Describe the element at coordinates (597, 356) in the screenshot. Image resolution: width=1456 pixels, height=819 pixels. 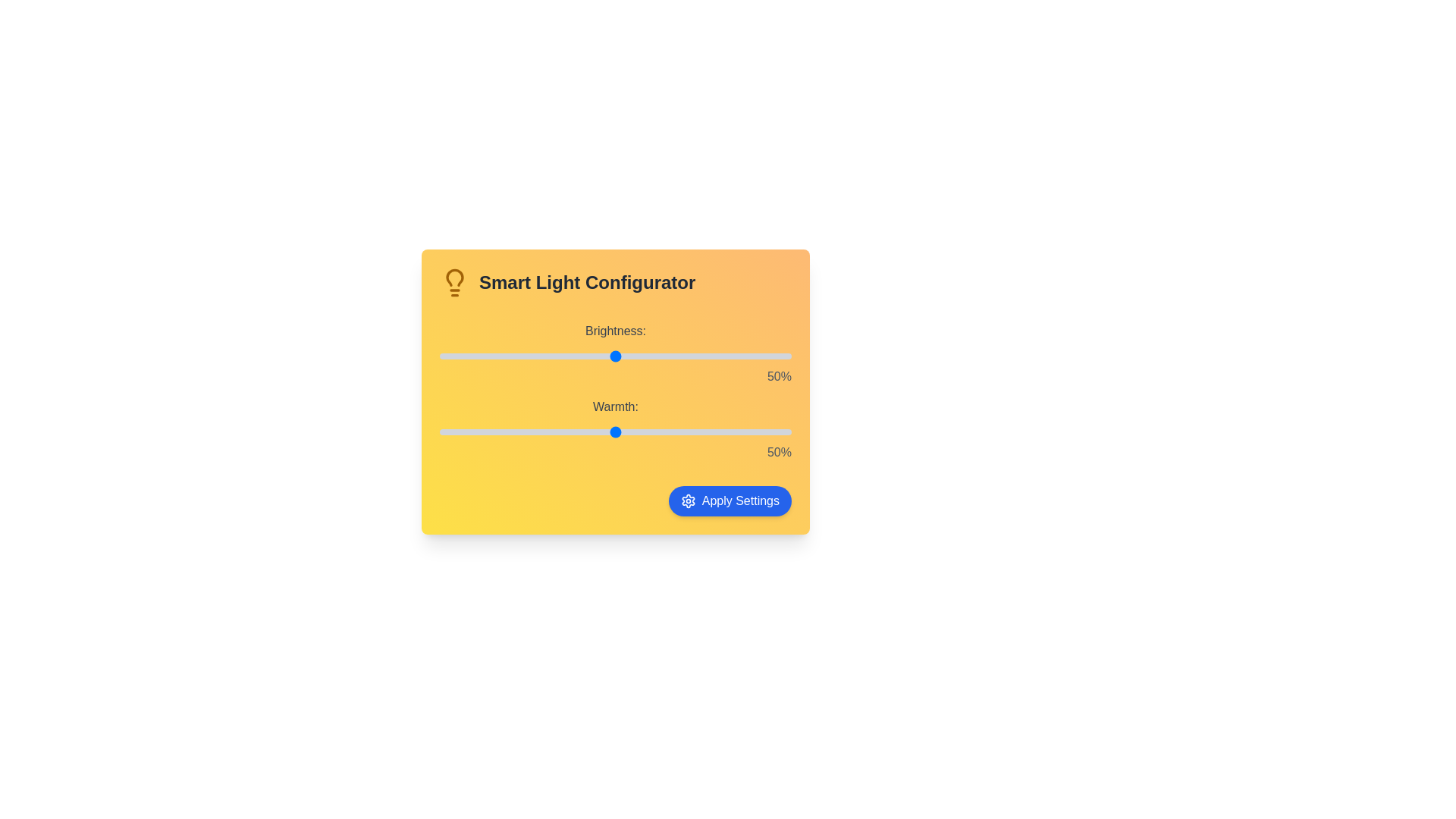
I see `the brightness` at that location.